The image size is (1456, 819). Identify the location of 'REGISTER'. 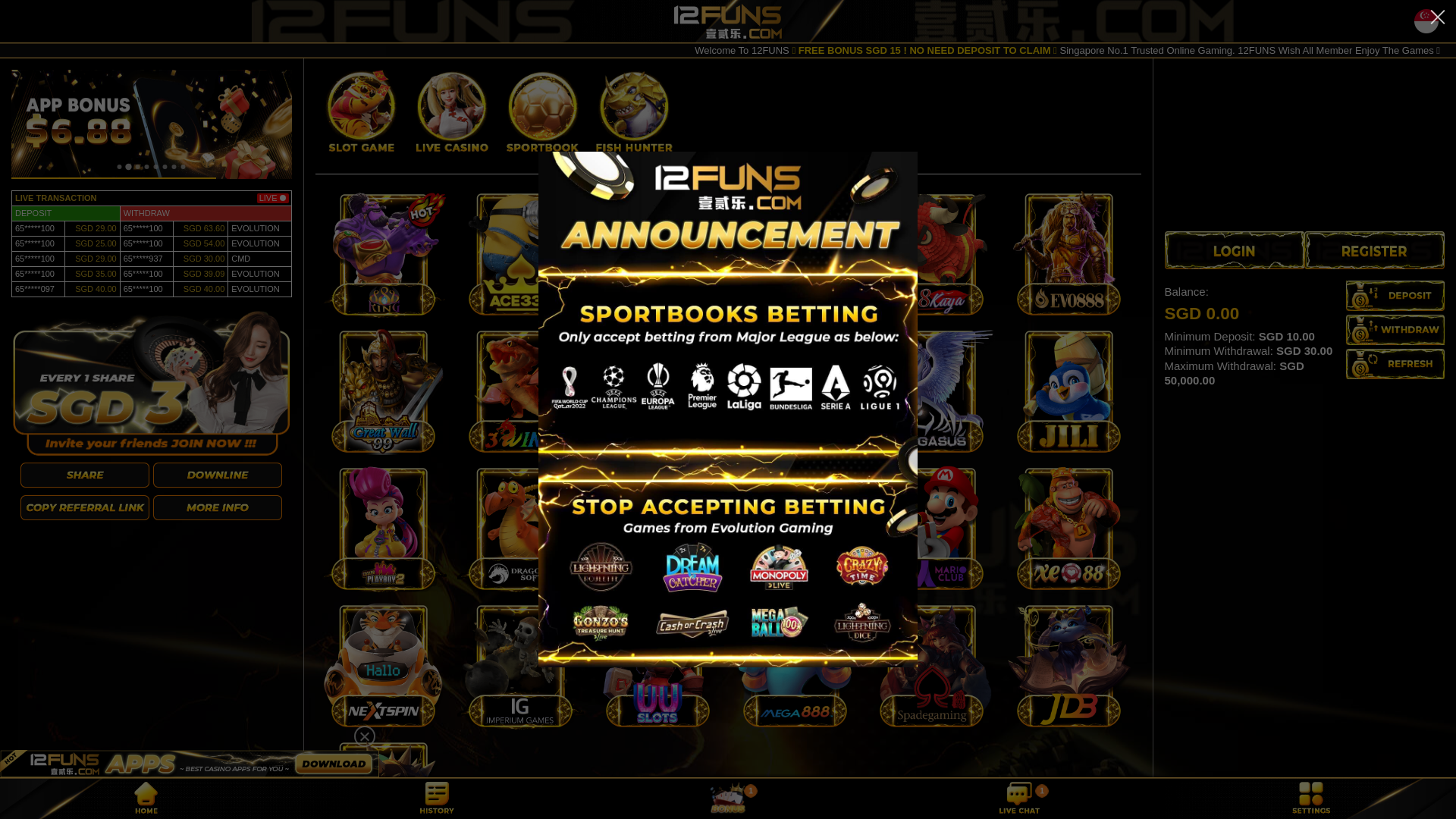
(1374, 249).